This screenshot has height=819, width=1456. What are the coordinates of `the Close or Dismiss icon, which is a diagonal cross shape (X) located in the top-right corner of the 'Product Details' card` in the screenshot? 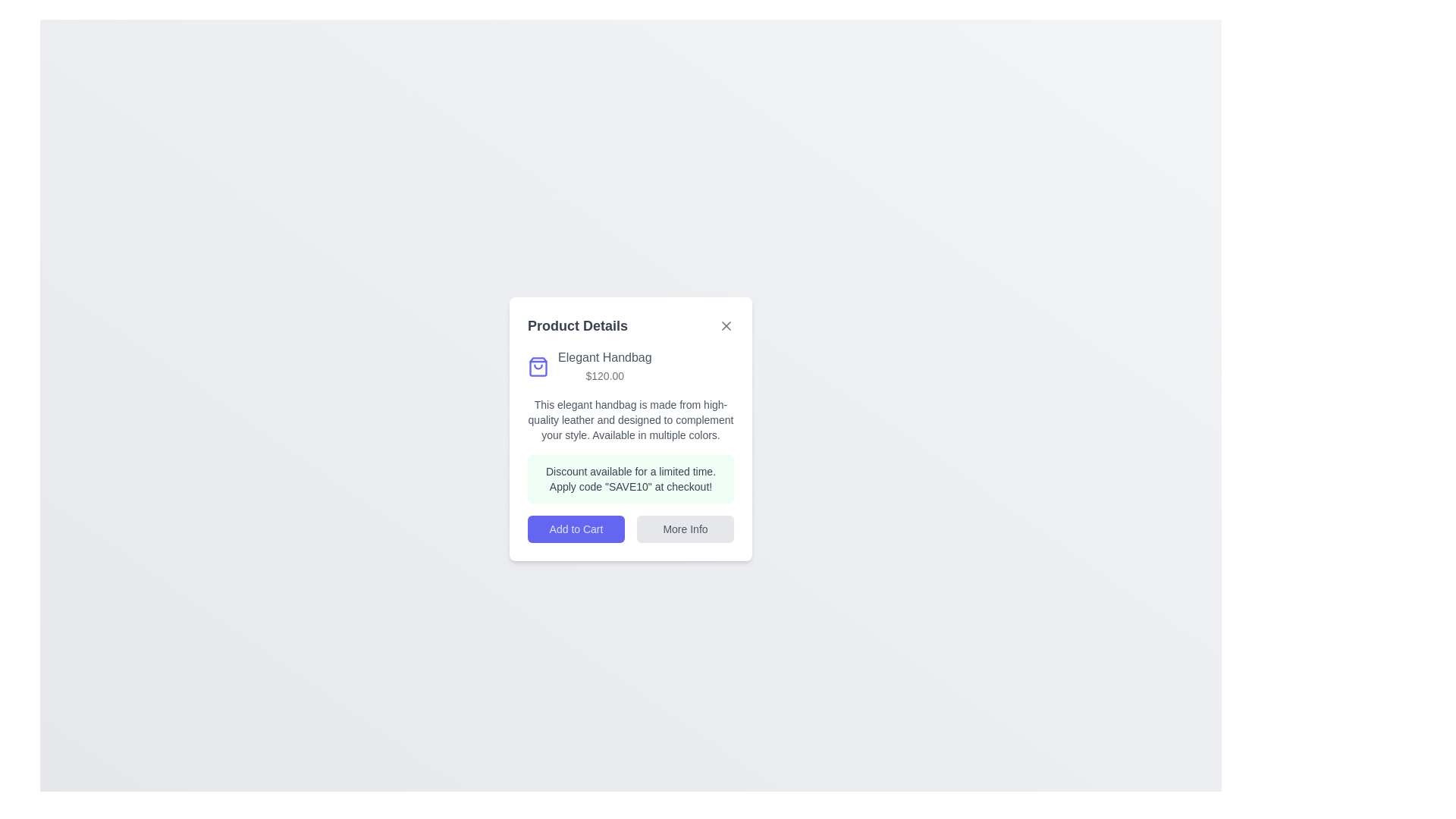 It's located at (726, 325).